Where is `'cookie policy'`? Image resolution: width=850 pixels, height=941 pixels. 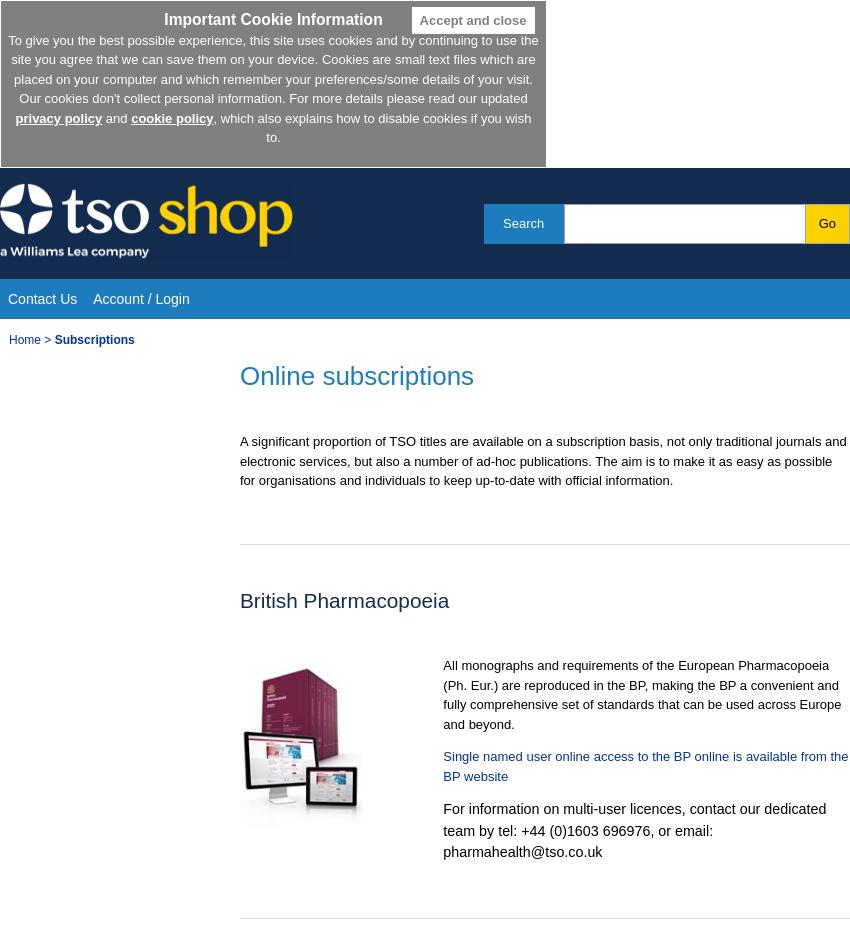 'cookie policy' is located at coordinates (171, 117).